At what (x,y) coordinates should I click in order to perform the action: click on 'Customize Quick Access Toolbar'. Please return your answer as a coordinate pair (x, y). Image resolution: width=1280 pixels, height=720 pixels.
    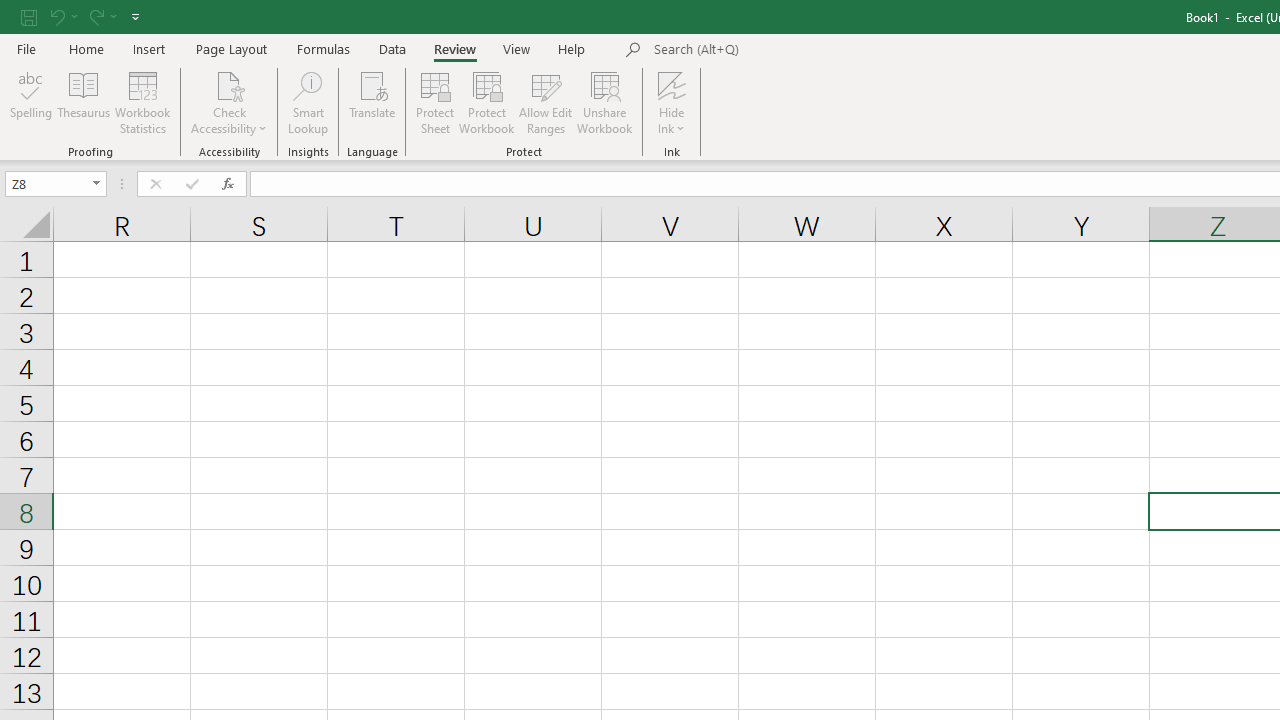
    Looking at the image, I should click on (134, 16).